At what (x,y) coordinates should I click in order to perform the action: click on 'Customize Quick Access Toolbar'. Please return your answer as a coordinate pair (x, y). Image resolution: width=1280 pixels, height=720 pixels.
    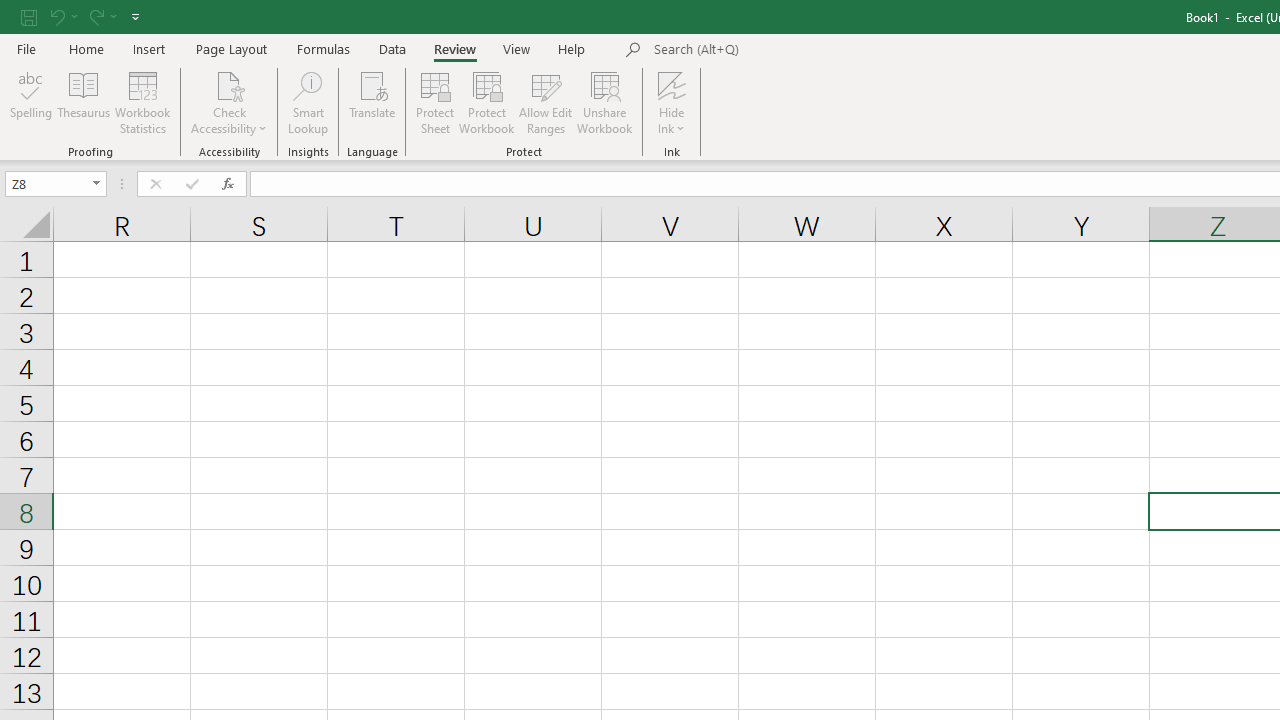
    Looking at the image, I should click on (134, 16).